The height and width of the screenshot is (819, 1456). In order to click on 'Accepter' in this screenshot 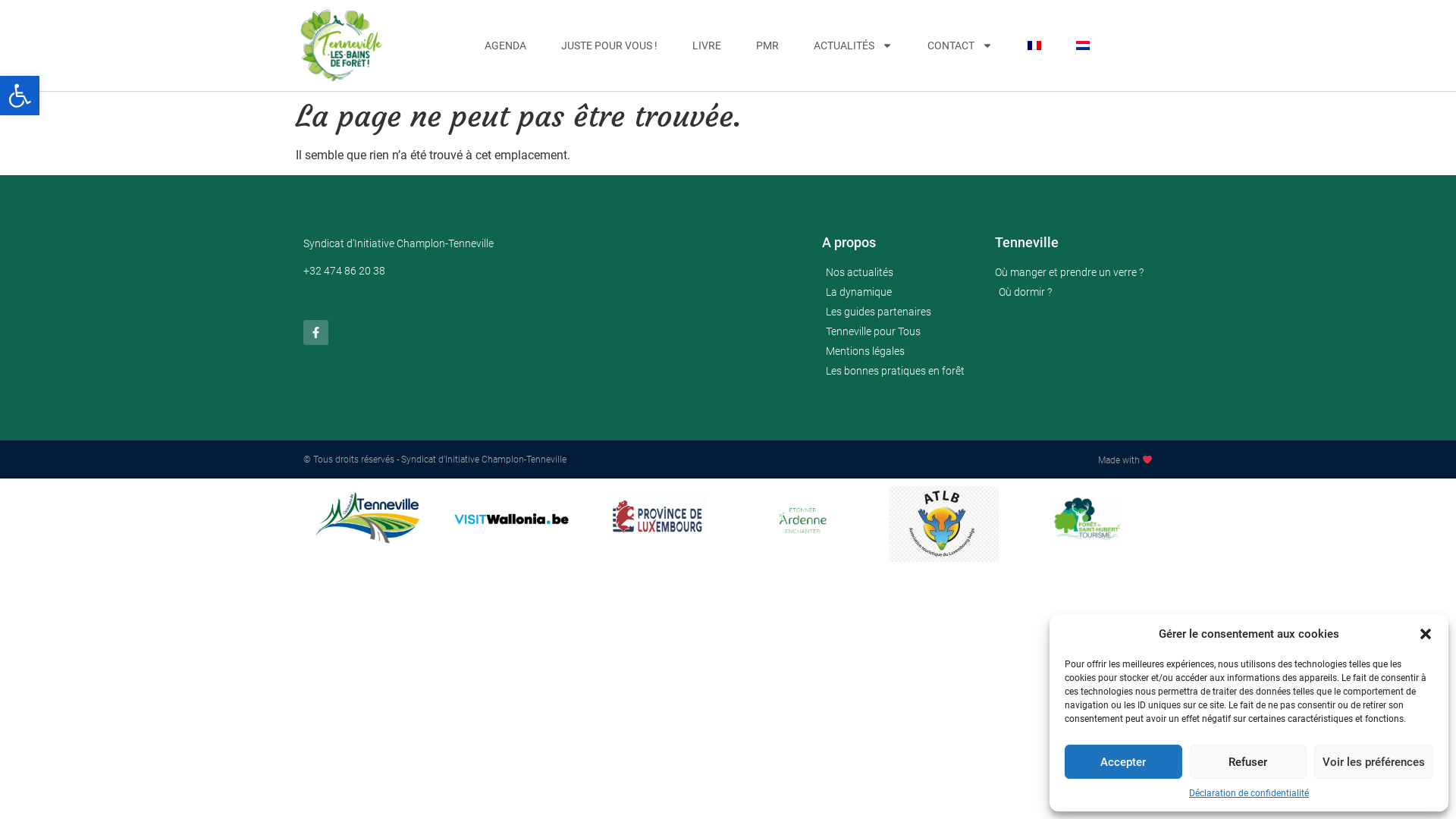, I will do `click(1123, 761)`.